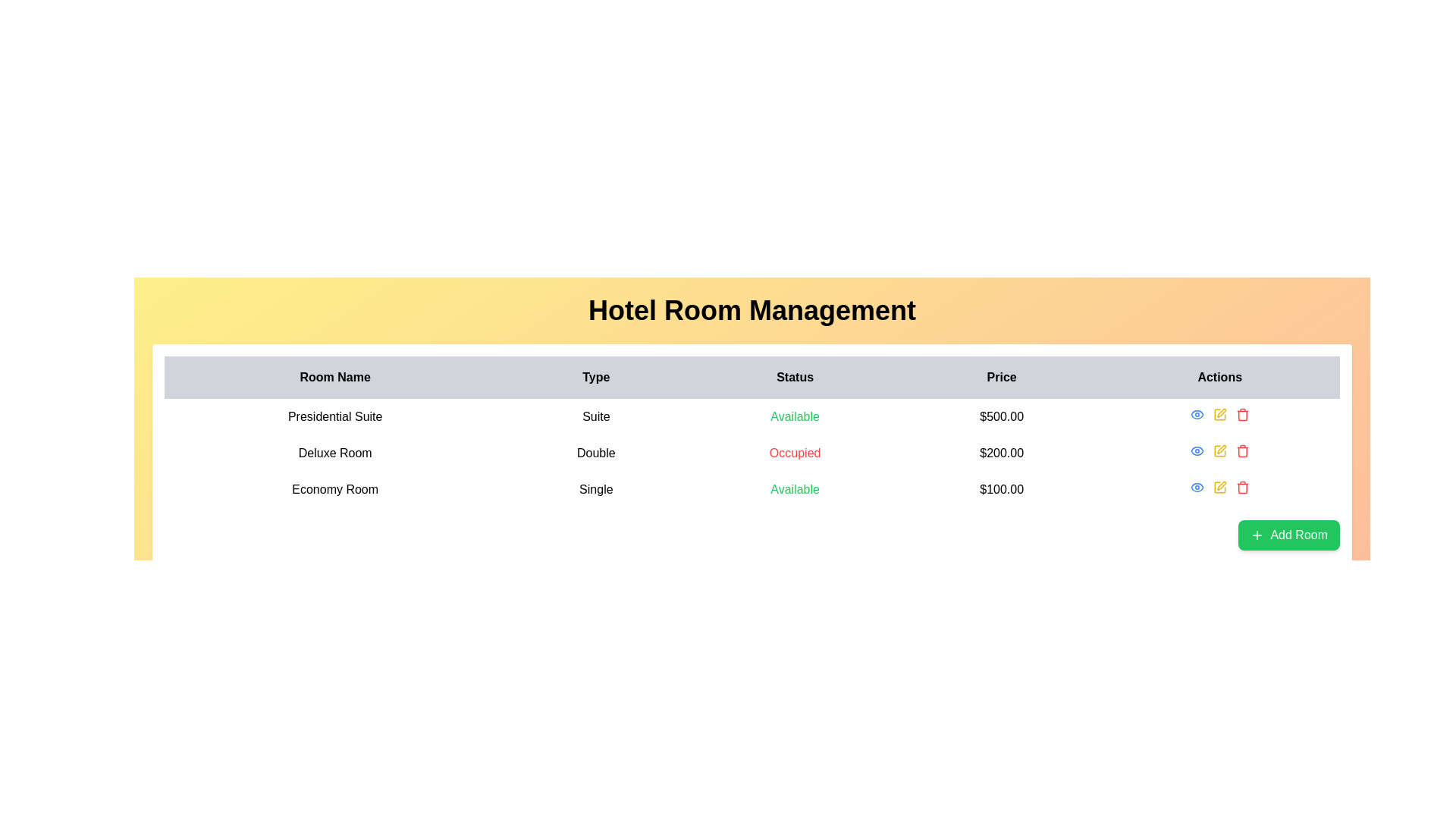  Describe the element at coordinates (1001, 376) in the screenshot. I see `the 'Price' table header cell, which is the fourth column header with a light gray background and bold black text, positioned between 'Status' and 'Actions'` at that location.